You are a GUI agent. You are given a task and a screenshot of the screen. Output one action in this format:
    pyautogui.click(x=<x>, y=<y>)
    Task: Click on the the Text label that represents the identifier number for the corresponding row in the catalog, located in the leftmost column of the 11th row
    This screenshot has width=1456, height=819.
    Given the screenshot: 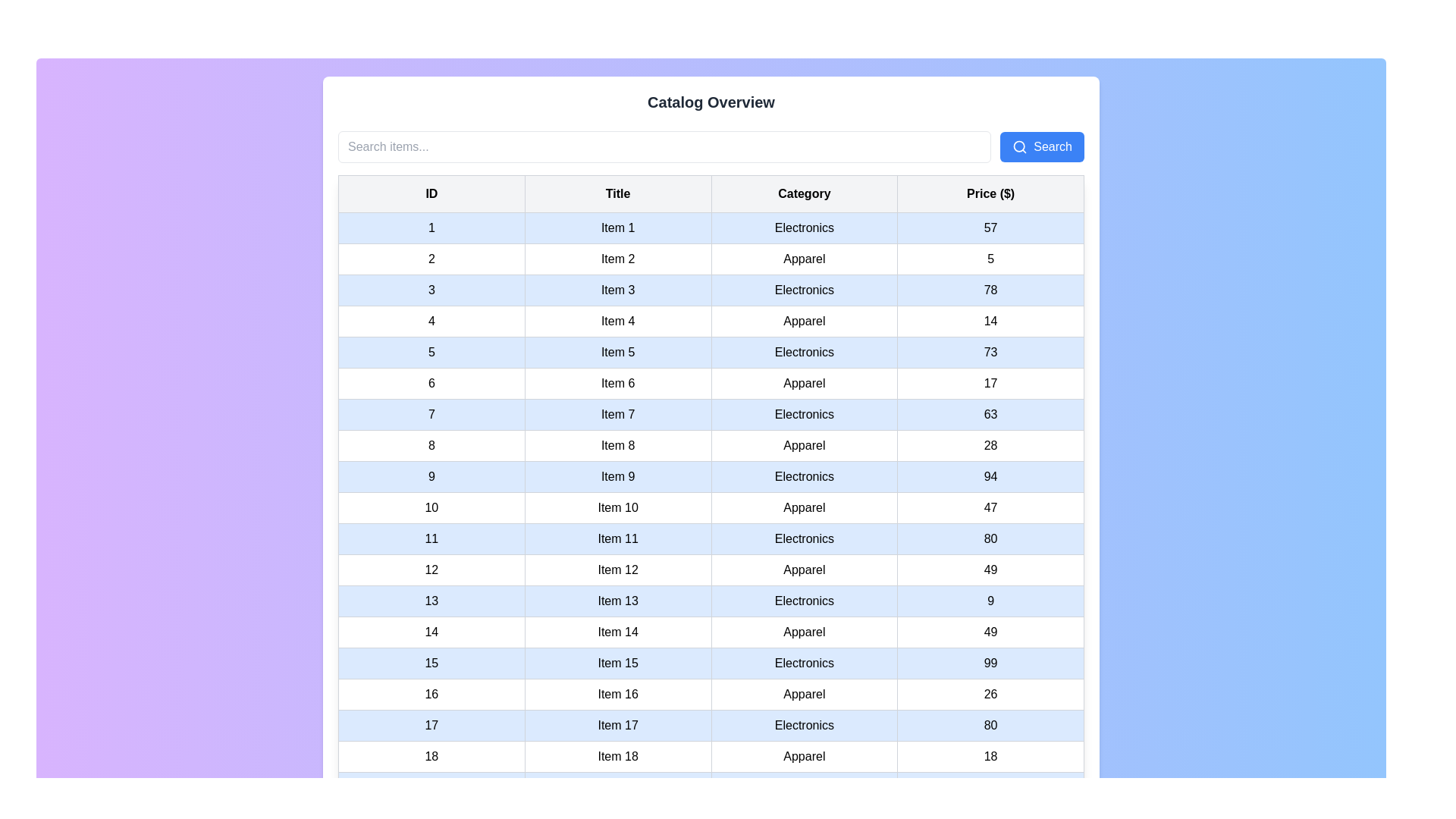 What is the action you would take?
    pyautogui.click(x=431, y=538)
    